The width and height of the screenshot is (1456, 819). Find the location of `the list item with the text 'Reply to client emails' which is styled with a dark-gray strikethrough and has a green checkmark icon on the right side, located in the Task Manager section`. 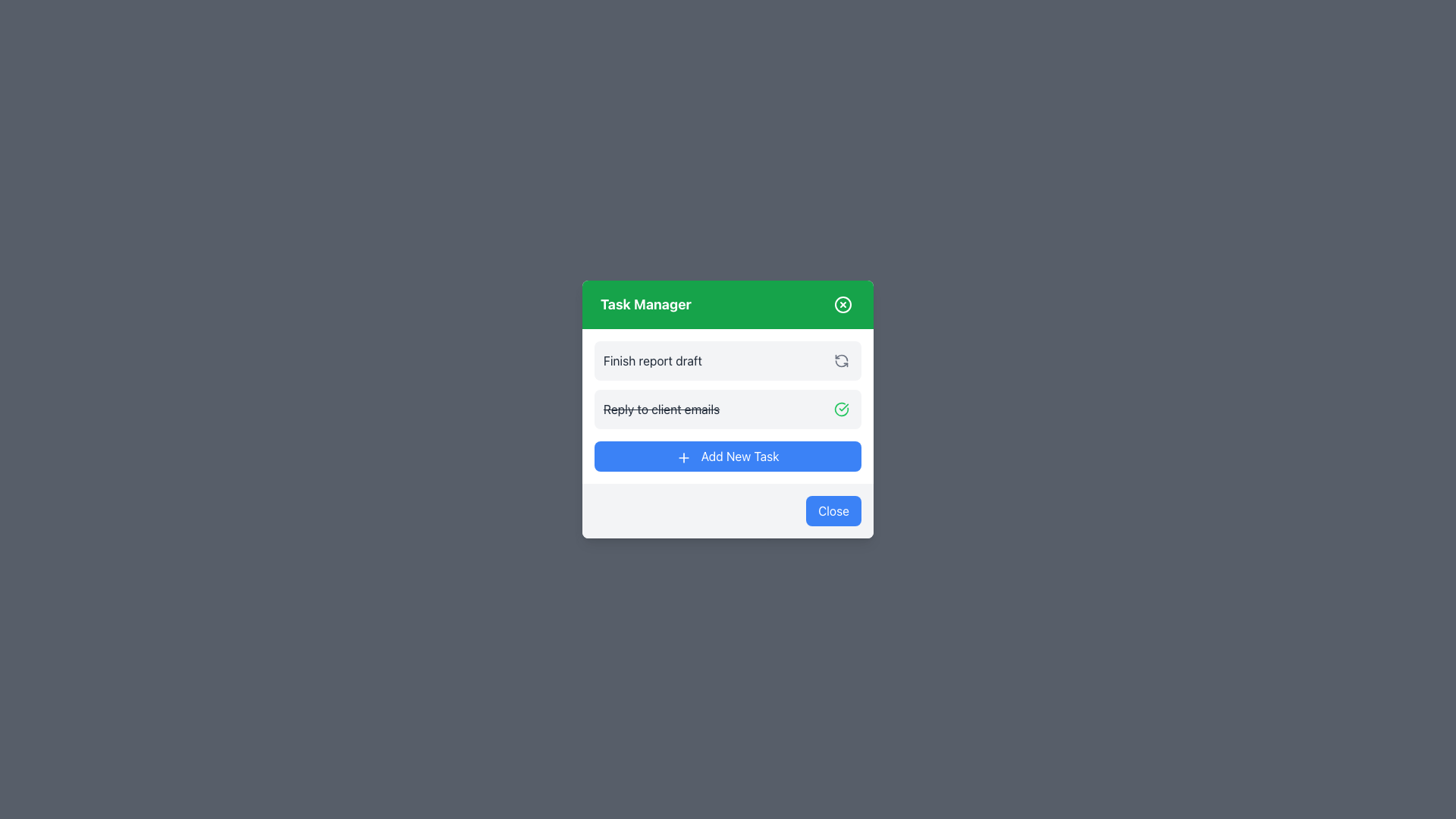

the list item with the text 'Reply to client emails' which is styled with a dark-gray strikethrough and has a green checkmark icon on the right side, located in the Task Manager section is located at coordinates (728, 409).